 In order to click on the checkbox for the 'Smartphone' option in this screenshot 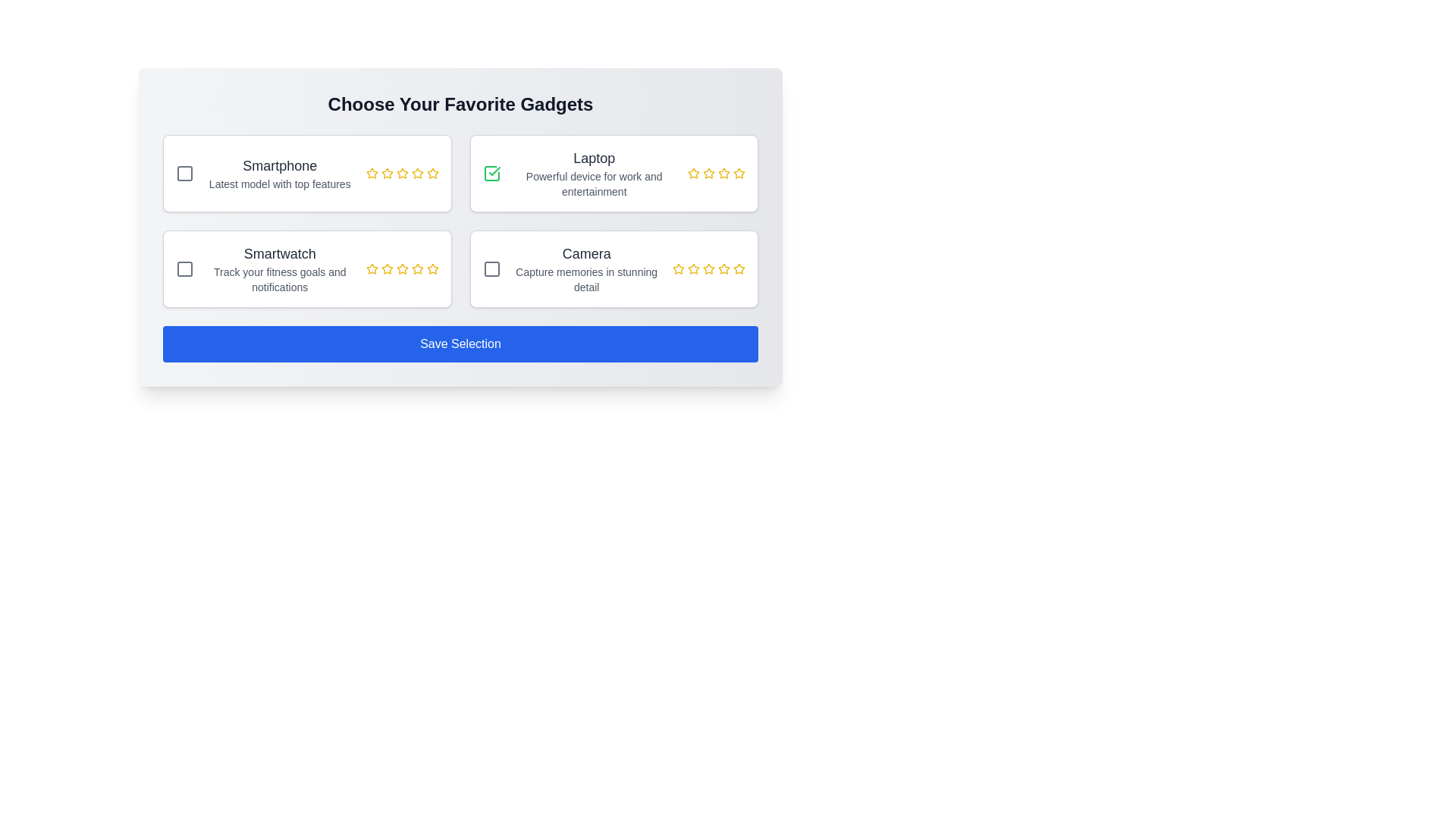, I will do `click(184, 172)`.